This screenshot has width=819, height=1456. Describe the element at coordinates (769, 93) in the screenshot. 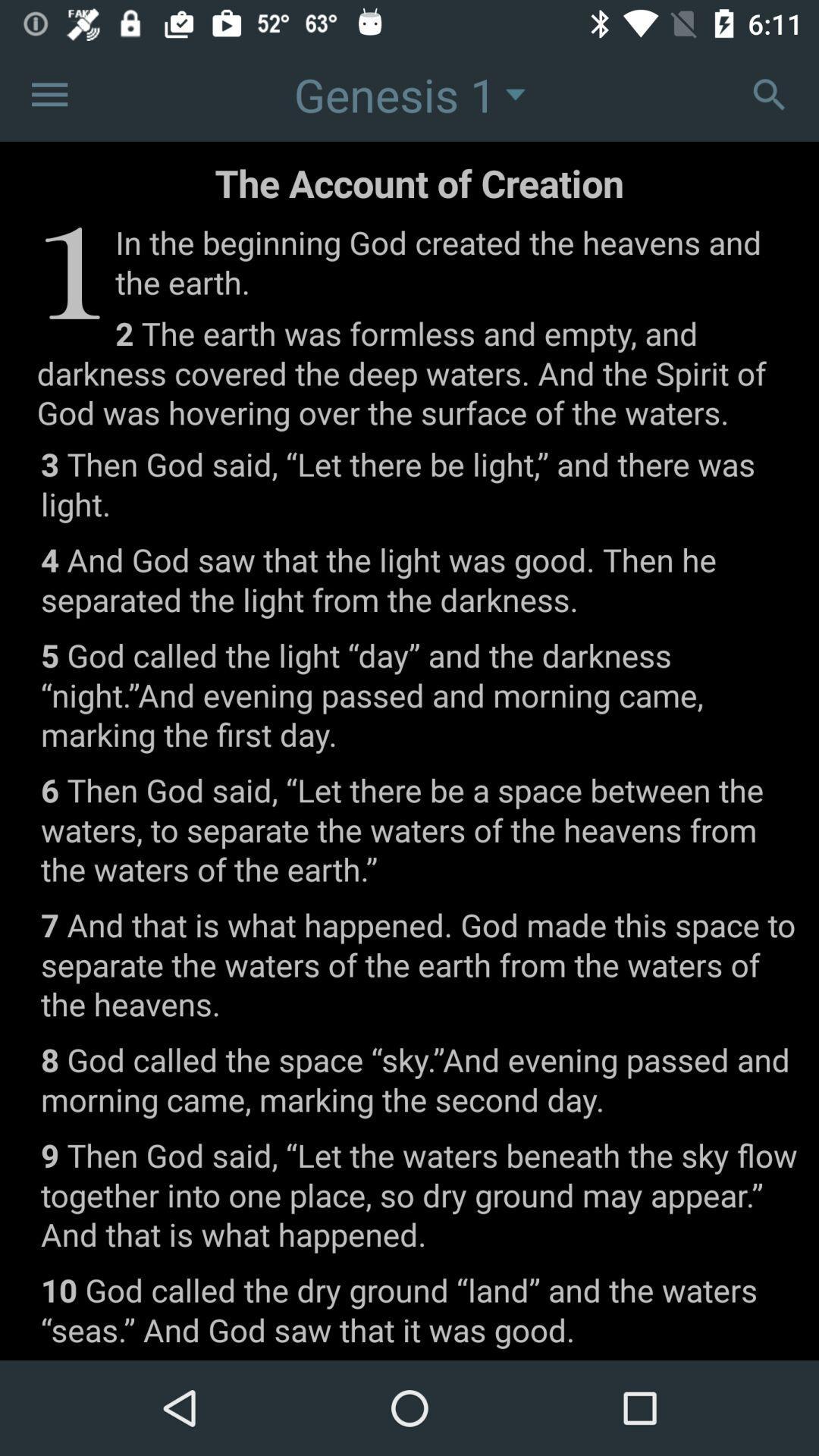

I see `the search icon` at that location.